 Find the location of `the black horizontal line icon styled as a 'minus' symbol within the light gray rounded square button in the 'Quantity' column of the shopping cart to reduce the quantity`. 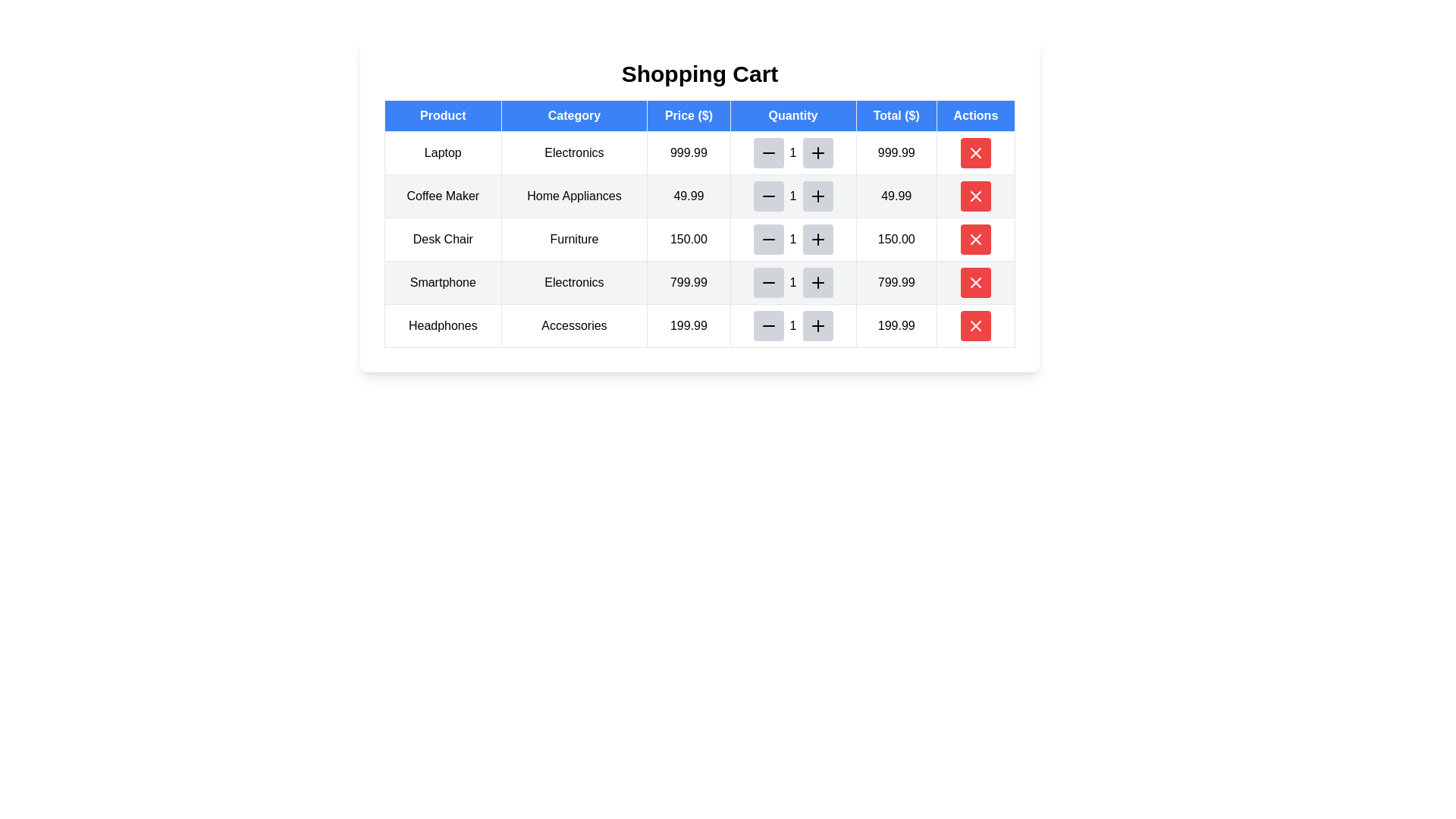

the black horizontal line icon styled as a 'minus' symbol within the light gray rounded square button in the 'Quantity' column of the shopping cart to reduce the quantity is located at coordinates (768, 152).